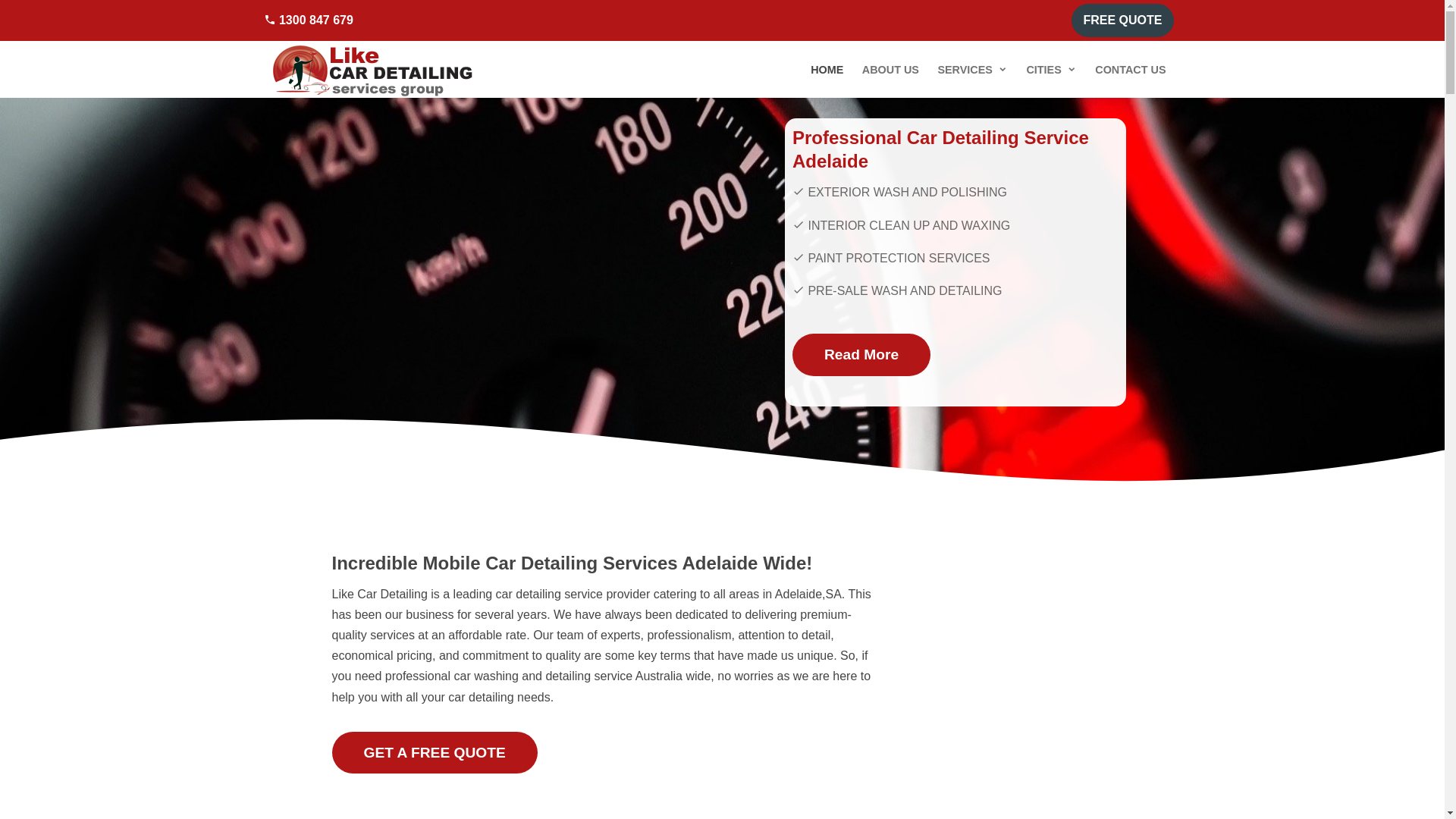 The image size is (1456, 819). What do you see at coordinates (972, 69) in the screenshot?
I see `'SERVICES'` at bounding box center [972, 69].